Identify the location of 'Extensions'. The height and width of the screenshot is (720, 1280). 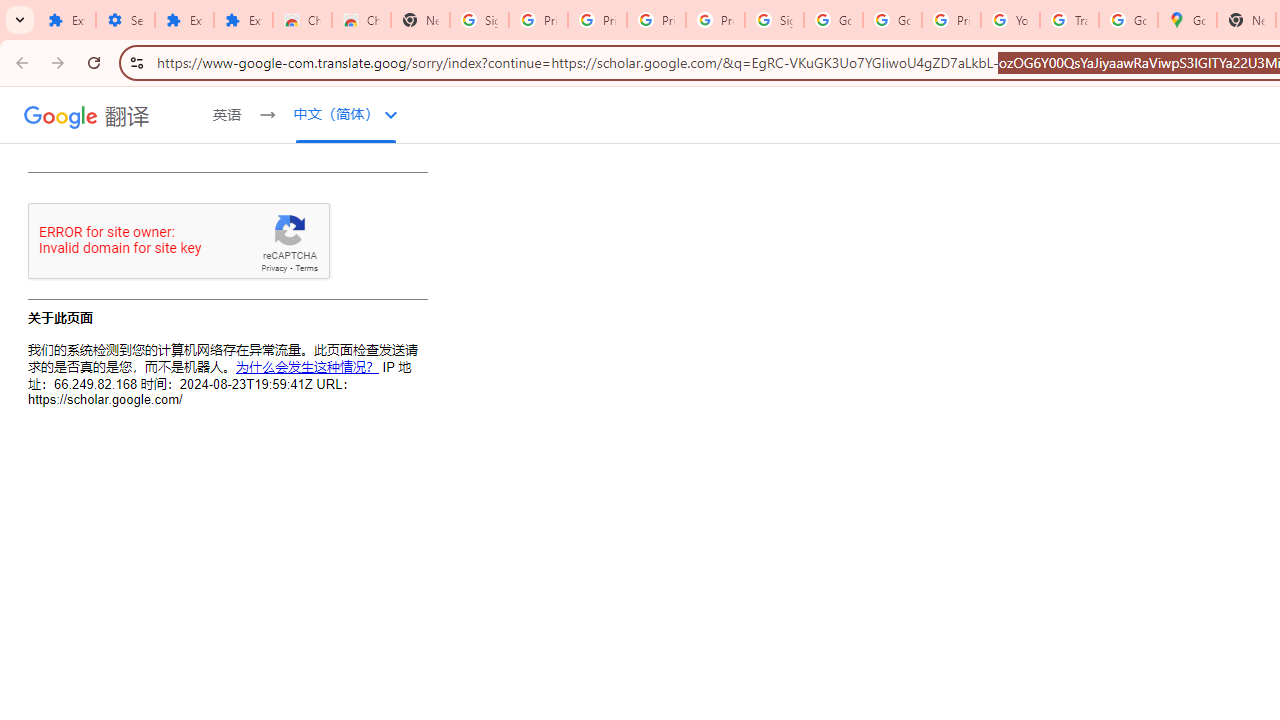
(184, 20).